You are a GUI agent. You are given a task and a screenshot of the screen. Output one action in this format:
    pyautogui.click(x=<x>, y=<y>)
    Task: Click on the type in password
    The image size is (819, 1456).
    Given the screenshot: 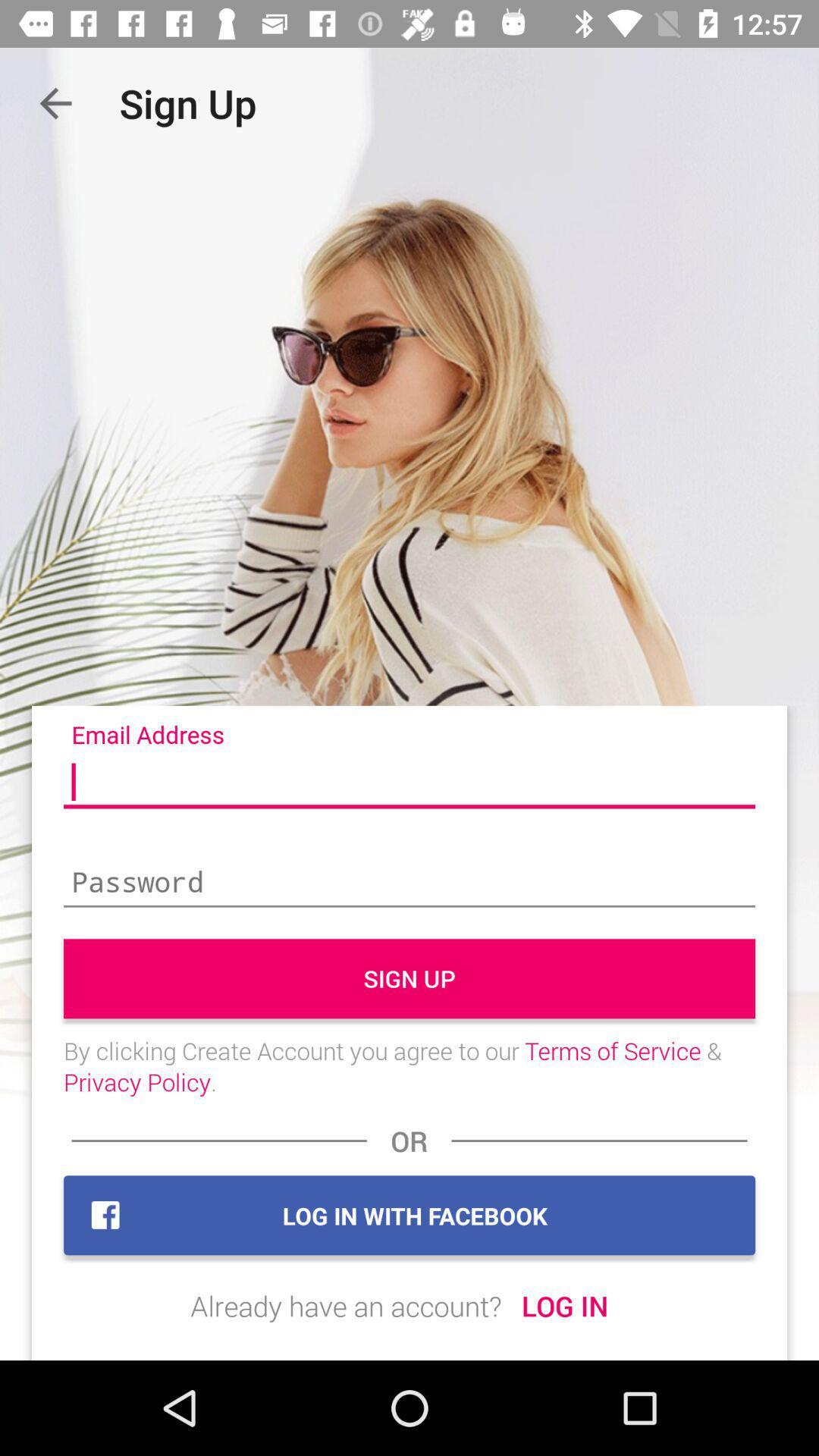 What is the action you would take?
    pyautogui.click(x=409, y=883)
    